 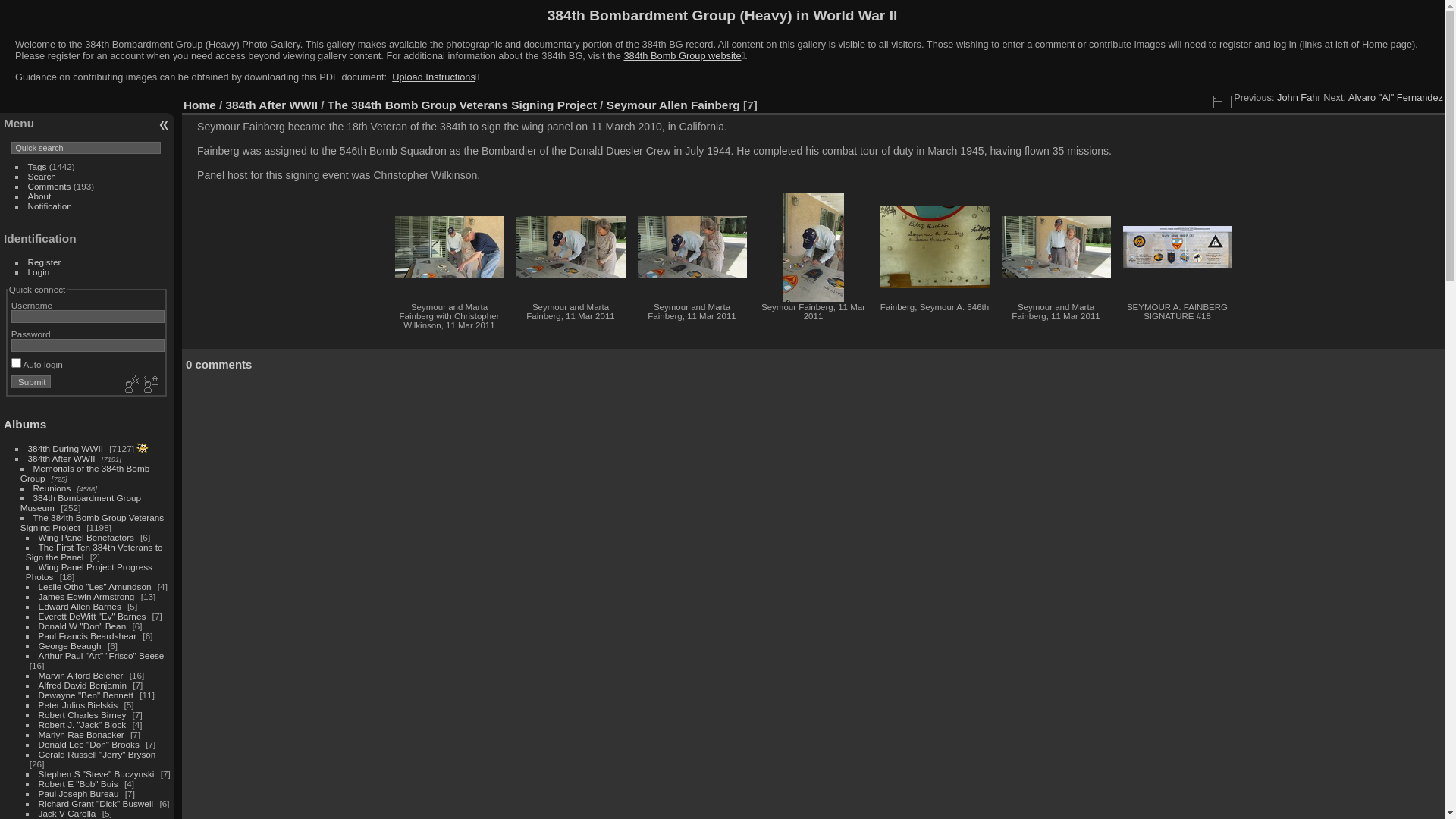 I want to click on 'Arthur Paul "Art" "Frisco" Beese', so click(x=39, y=654).